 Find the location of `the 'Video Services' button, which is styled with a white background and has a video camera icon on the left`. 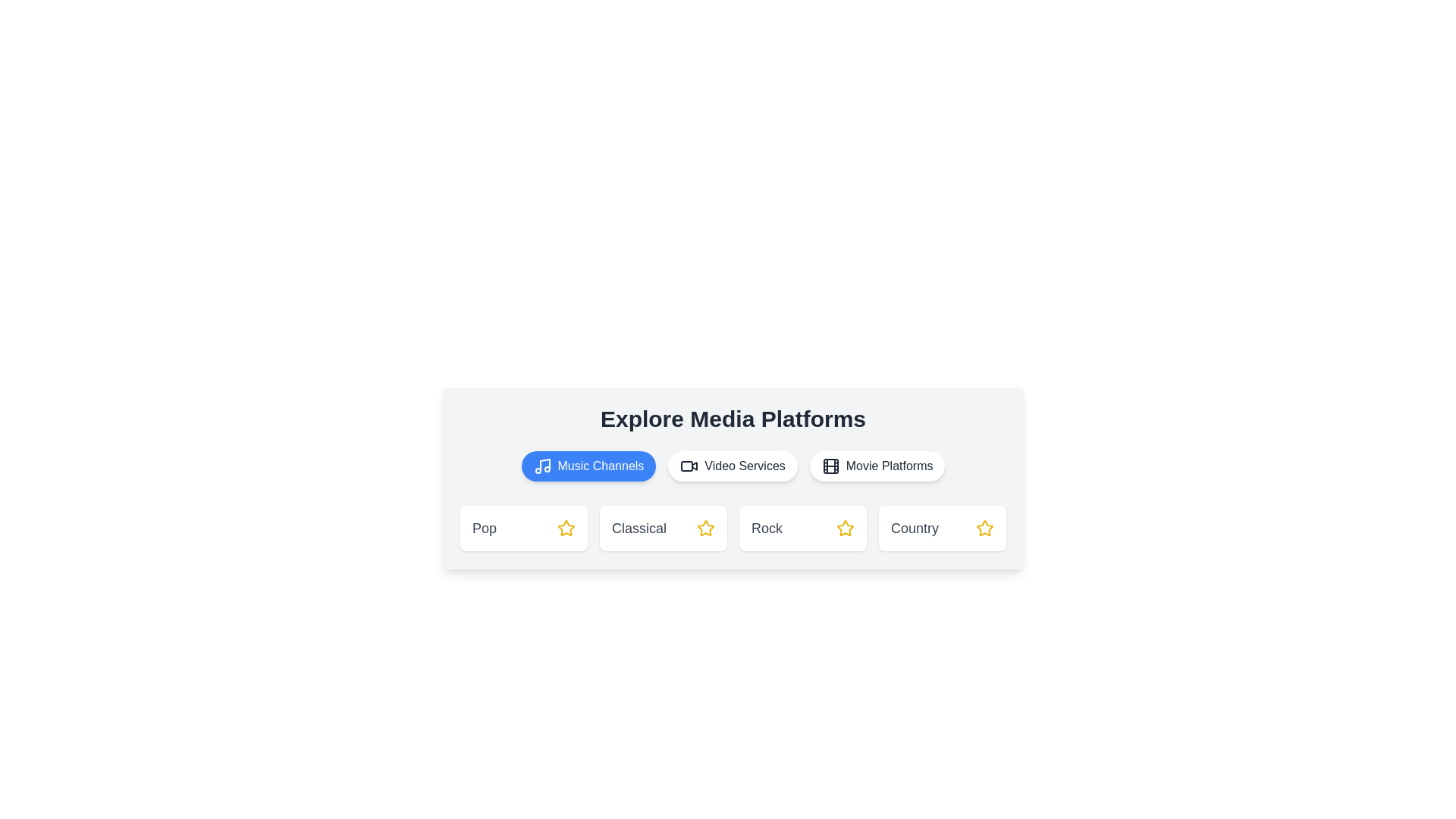

the 'Video Services' button, which is styled with a white background and has a video camera icon on the left is located at coordinates (733, 465).